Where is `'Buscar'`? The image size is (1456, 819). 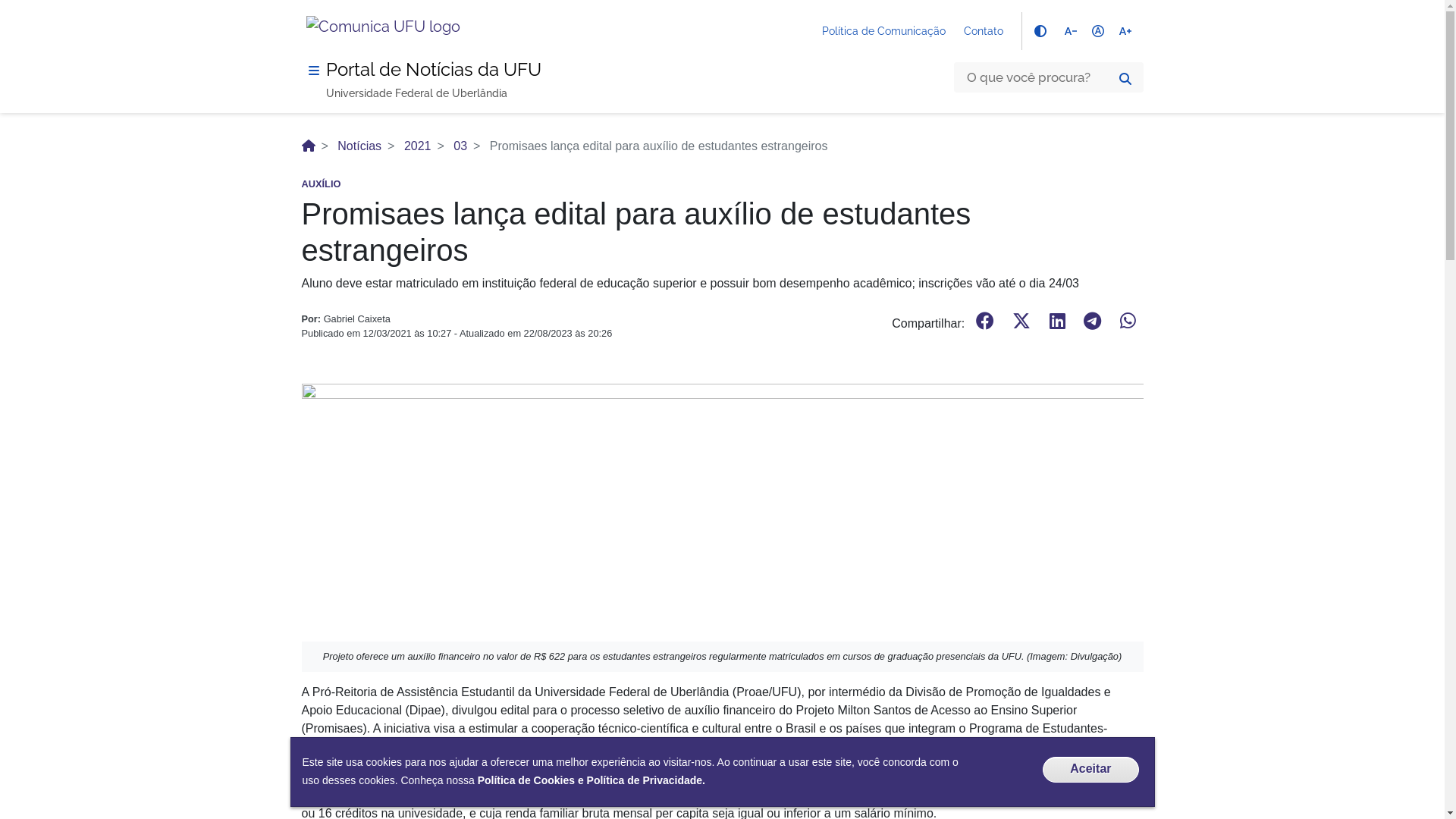
'Buscar' is located at coordinates (1113, 79).